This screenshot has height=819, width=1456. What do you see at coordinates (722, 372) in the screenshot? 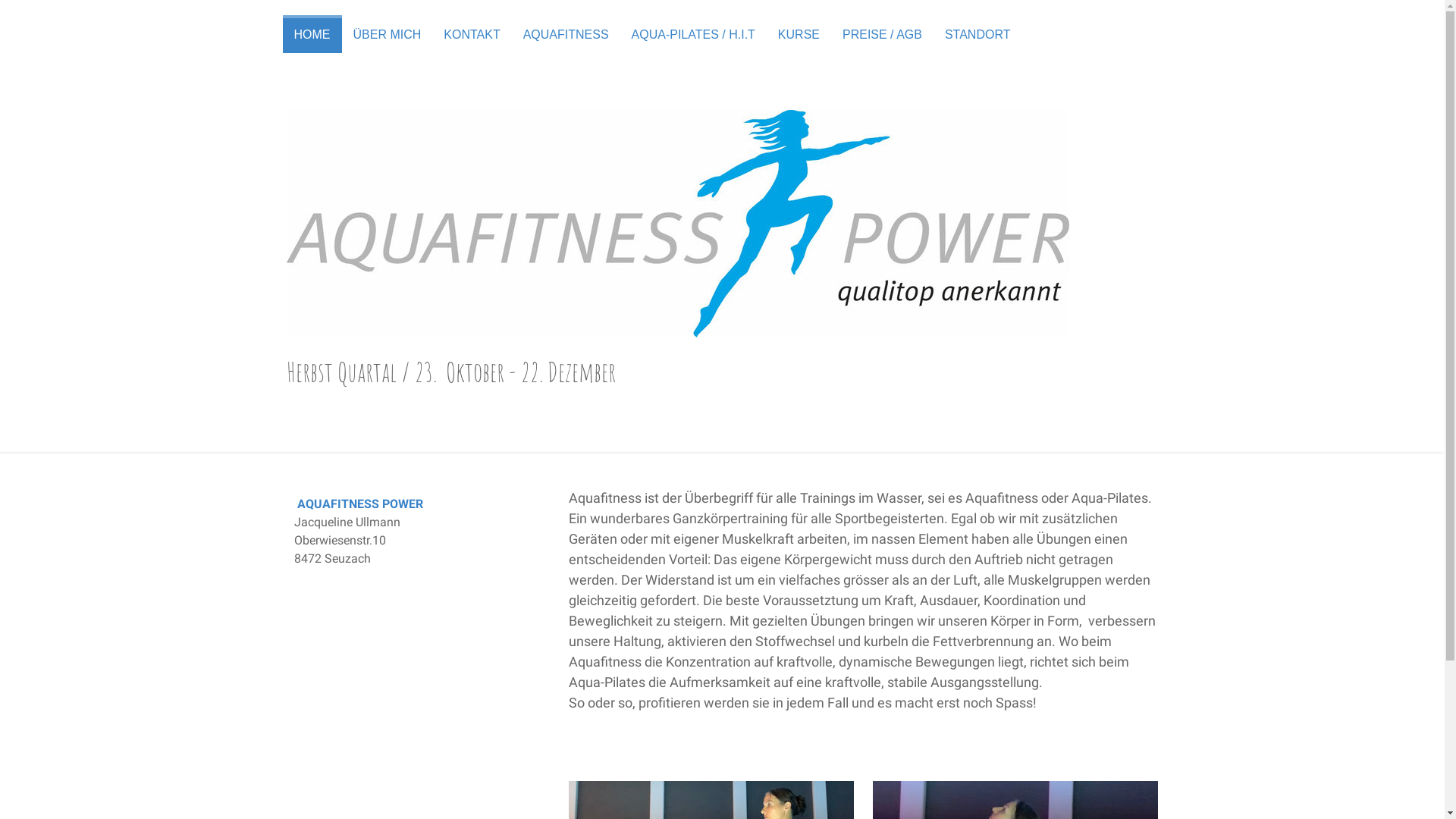
I see `'Herbst Quartal / 23.  Oktober - 22. Dezember'` at bounding box center [722, 372].